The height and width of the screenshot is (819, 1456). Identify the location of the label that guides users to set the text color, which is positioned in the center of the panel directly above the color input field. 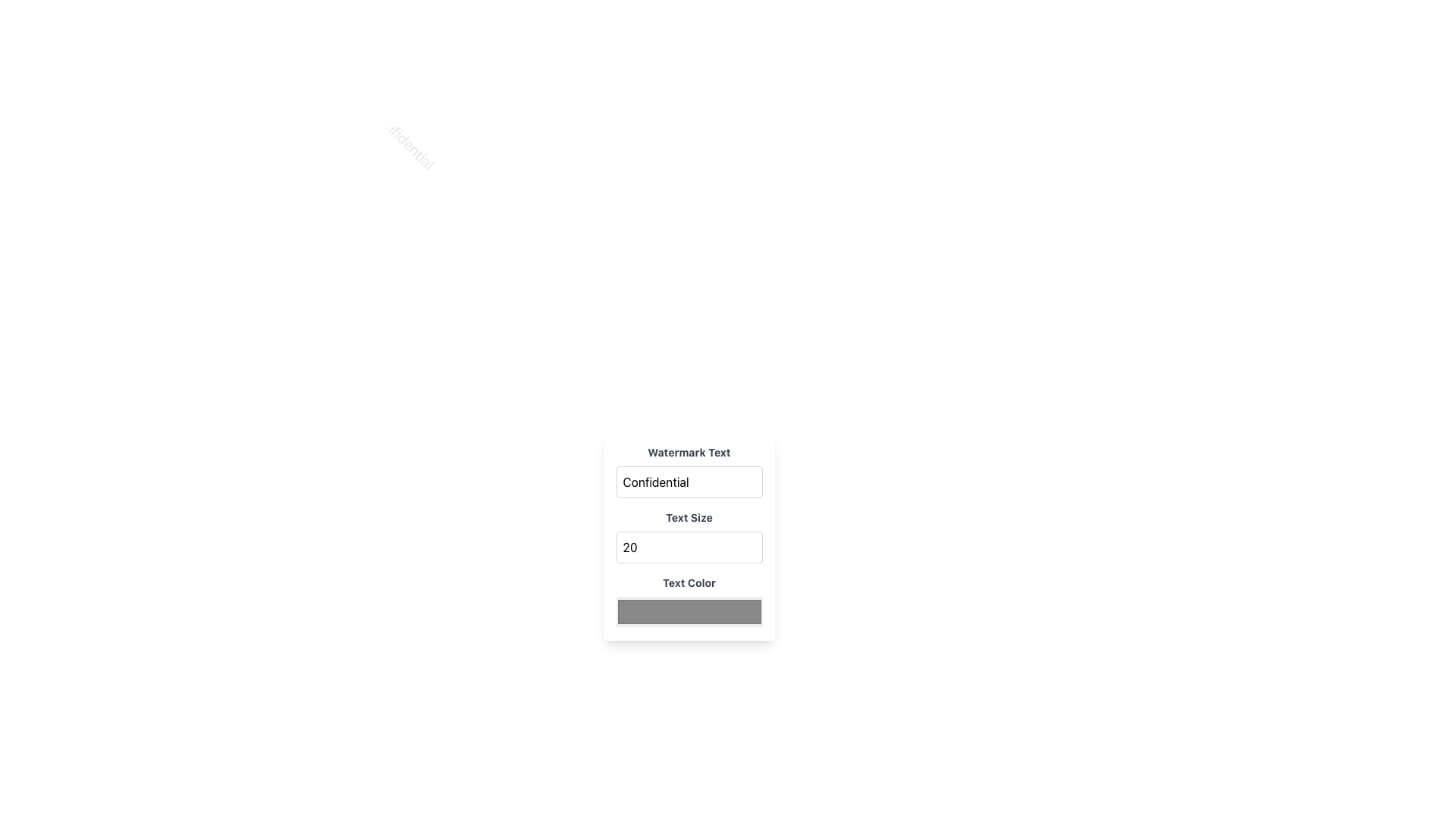
(688, 582).